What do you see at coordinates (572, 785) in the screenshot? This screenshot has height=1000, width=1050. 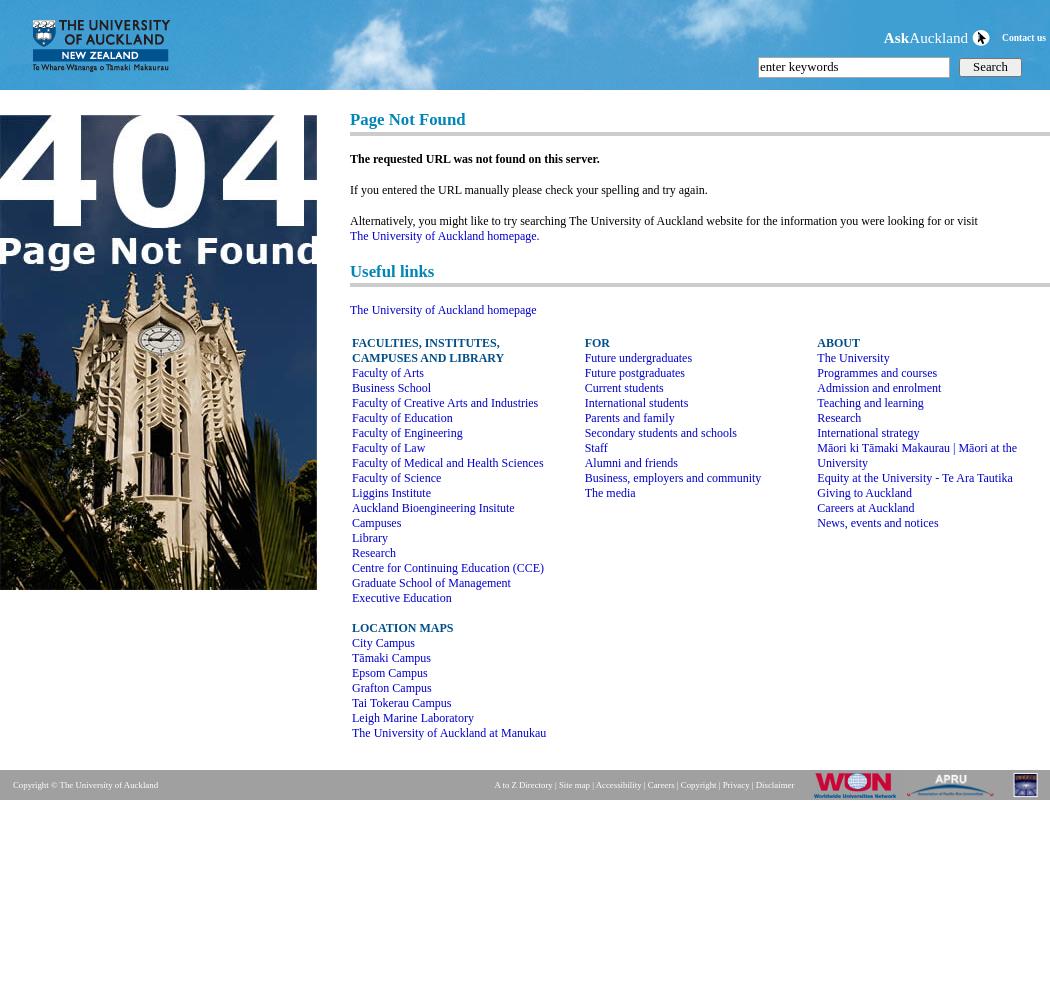 I see `'Site map'` at bounding box center [572, 785].